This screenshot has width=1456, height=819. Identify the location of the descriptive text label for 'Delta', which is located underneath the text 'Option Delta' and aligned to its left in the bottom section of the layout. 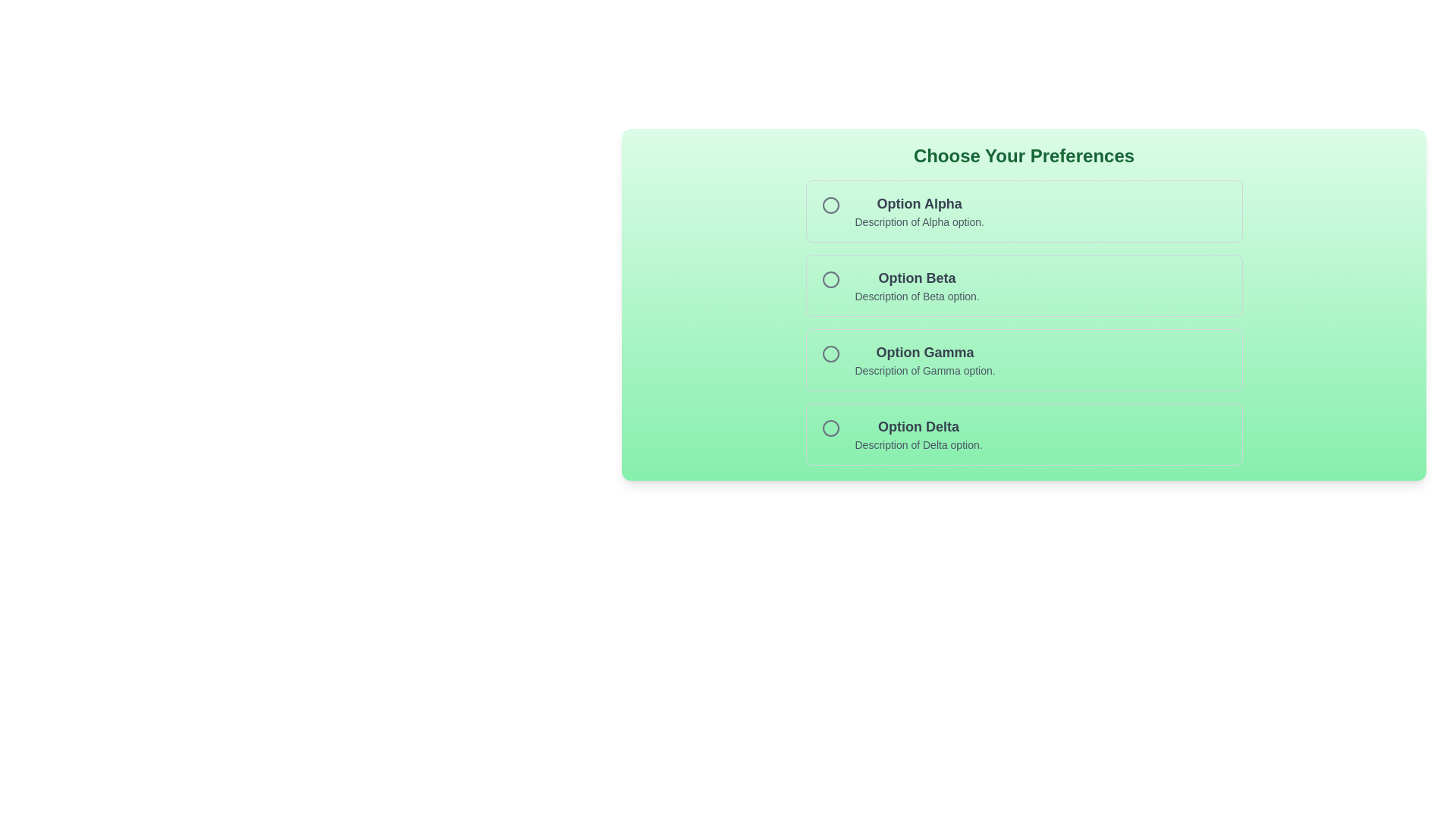
(918, 444).